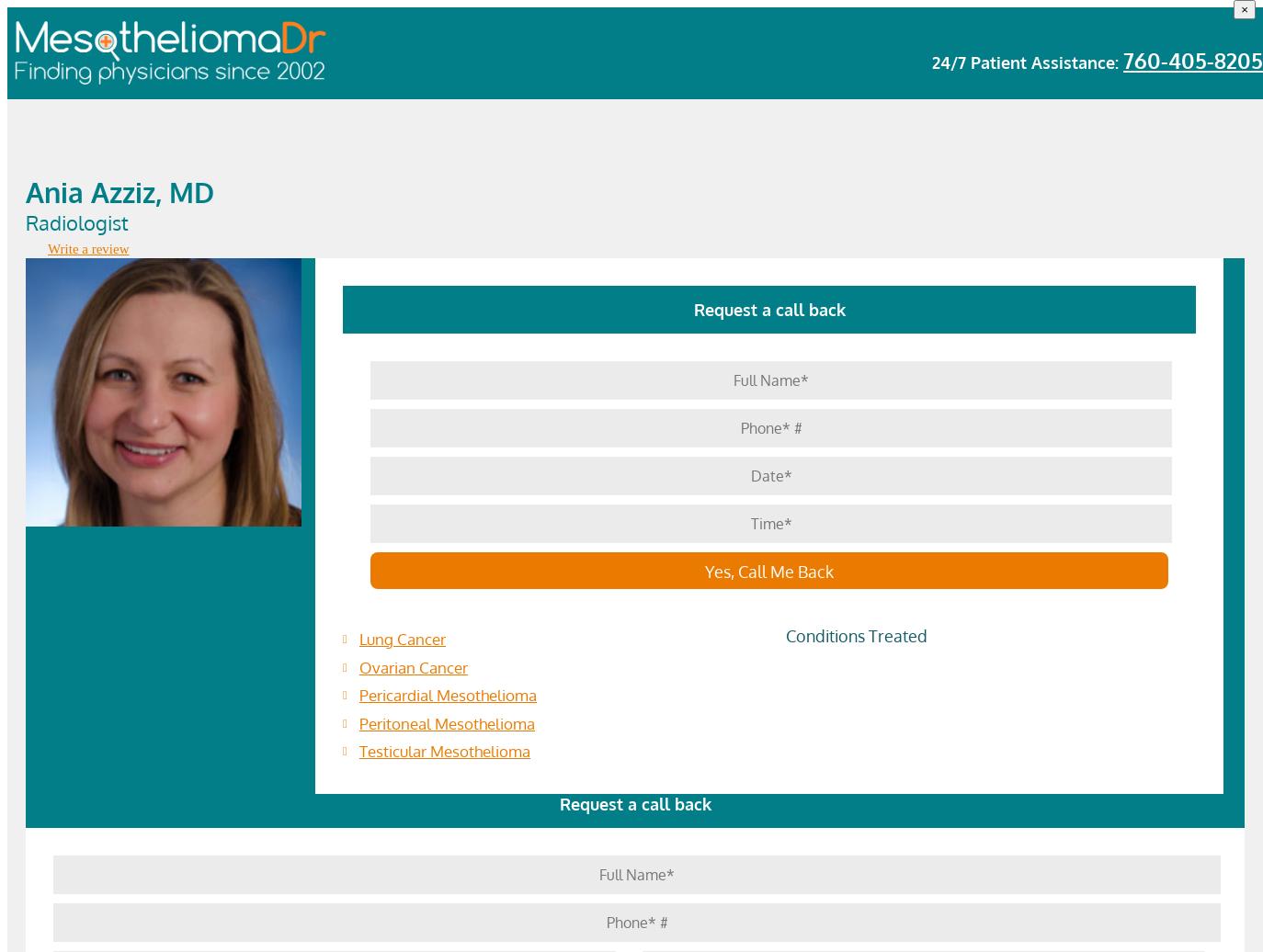 This screenshot has height=952, width=1263. I want to click on 'Pericardial Mesothelioma', so click(448, 695).